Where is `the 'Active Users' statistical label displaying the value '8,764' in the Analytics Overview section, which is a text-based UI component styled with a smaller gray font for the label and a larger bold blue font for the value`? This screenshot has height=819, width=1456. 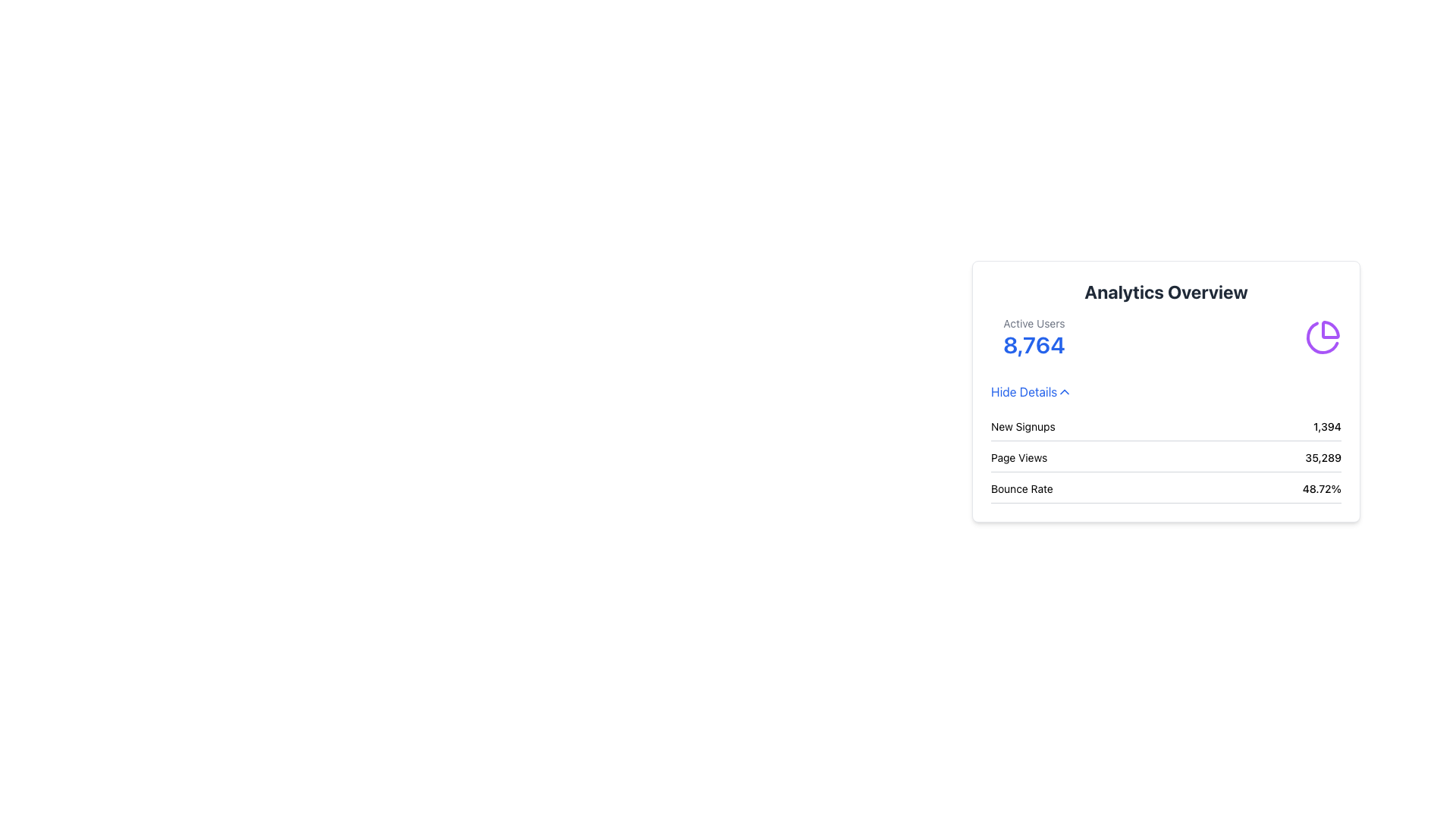
the 'Active Users' statistical label displaying the value '8,764' in the Analytics Overview section, which is a text-based UI component styled with a smaller gray font for the label and a larger bold blue font for the value is located at coordinates (1033, 336).